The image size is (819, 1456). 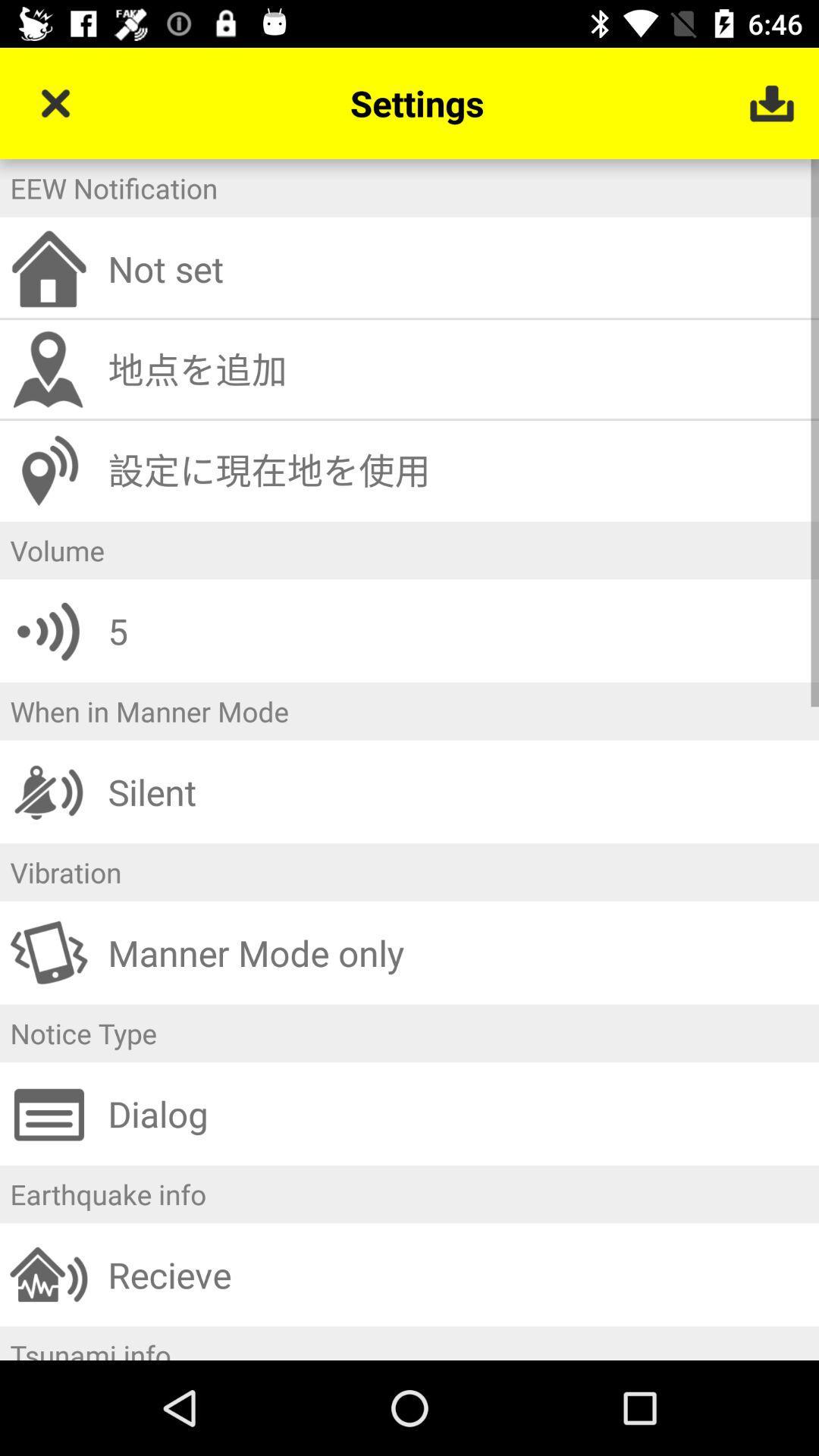 What do you see at coordinates (457, 791) in the screenshot?
I see `the silent icon` at bounding box center [457, 791].